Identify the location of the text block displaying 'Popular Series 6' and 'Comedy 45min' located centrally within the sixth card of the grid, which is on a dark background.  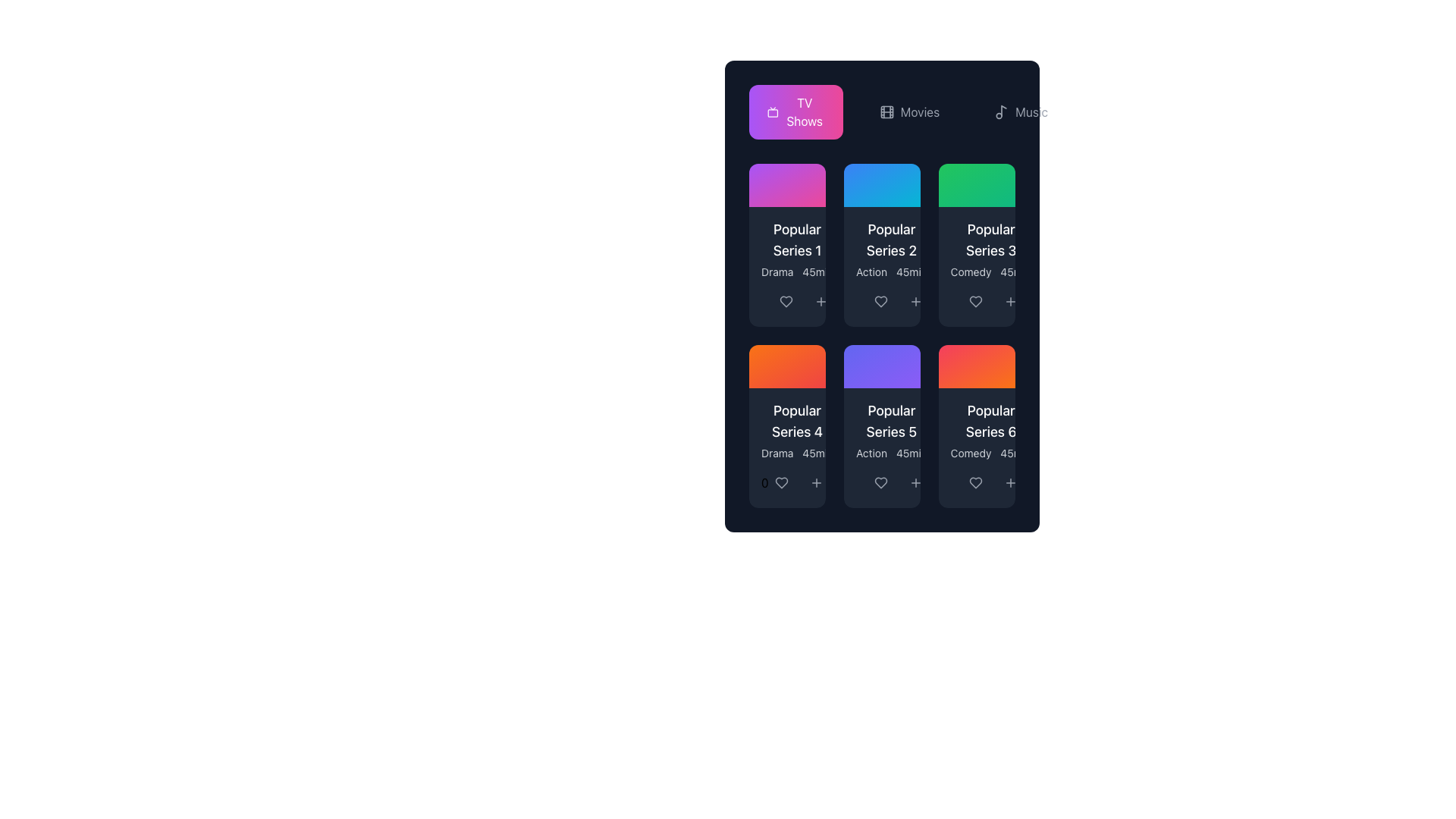
(991, 430).